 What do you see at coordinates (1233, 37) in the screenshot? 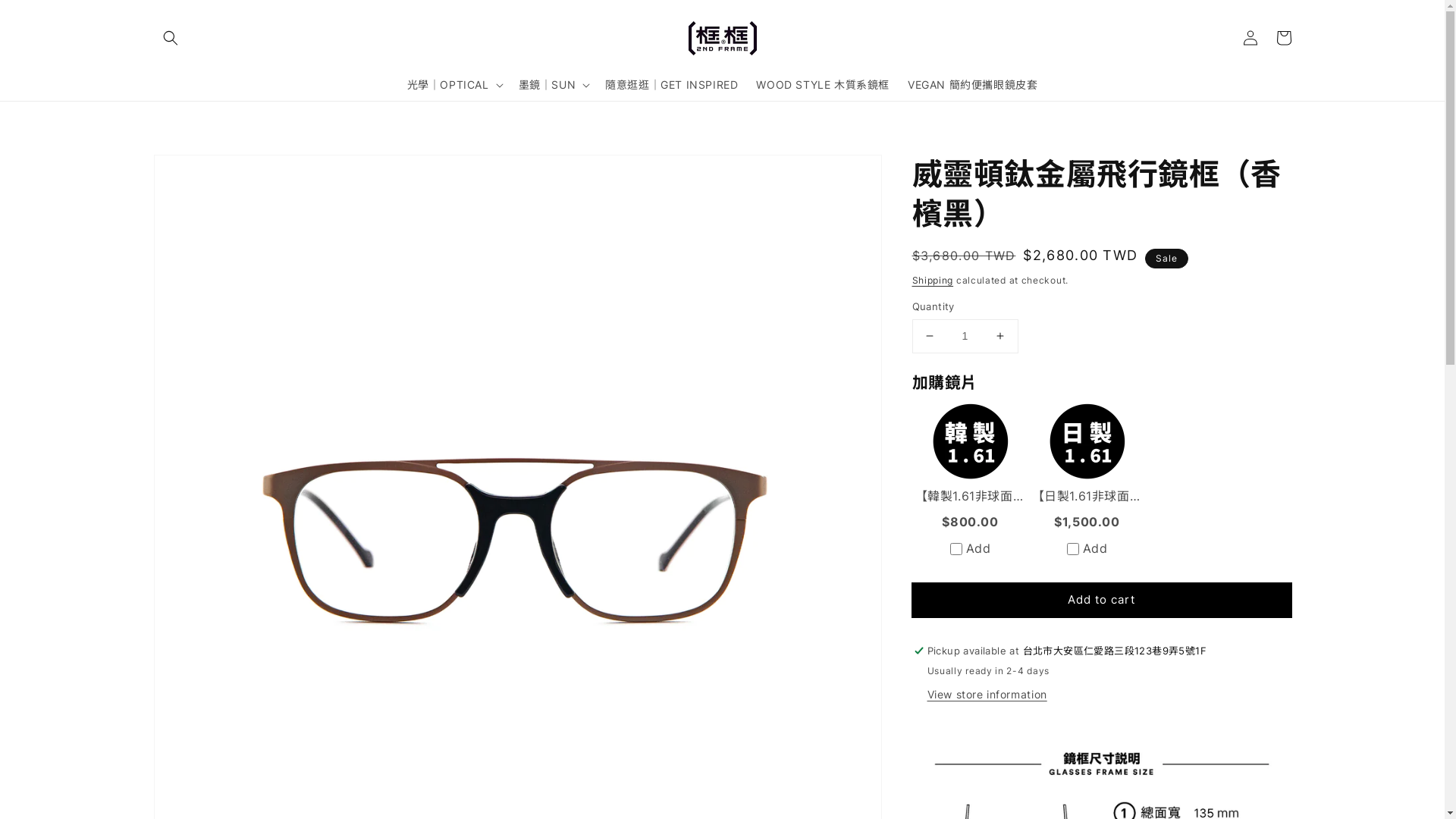
I see `'Log in'` at bounding box center [1233, 37].